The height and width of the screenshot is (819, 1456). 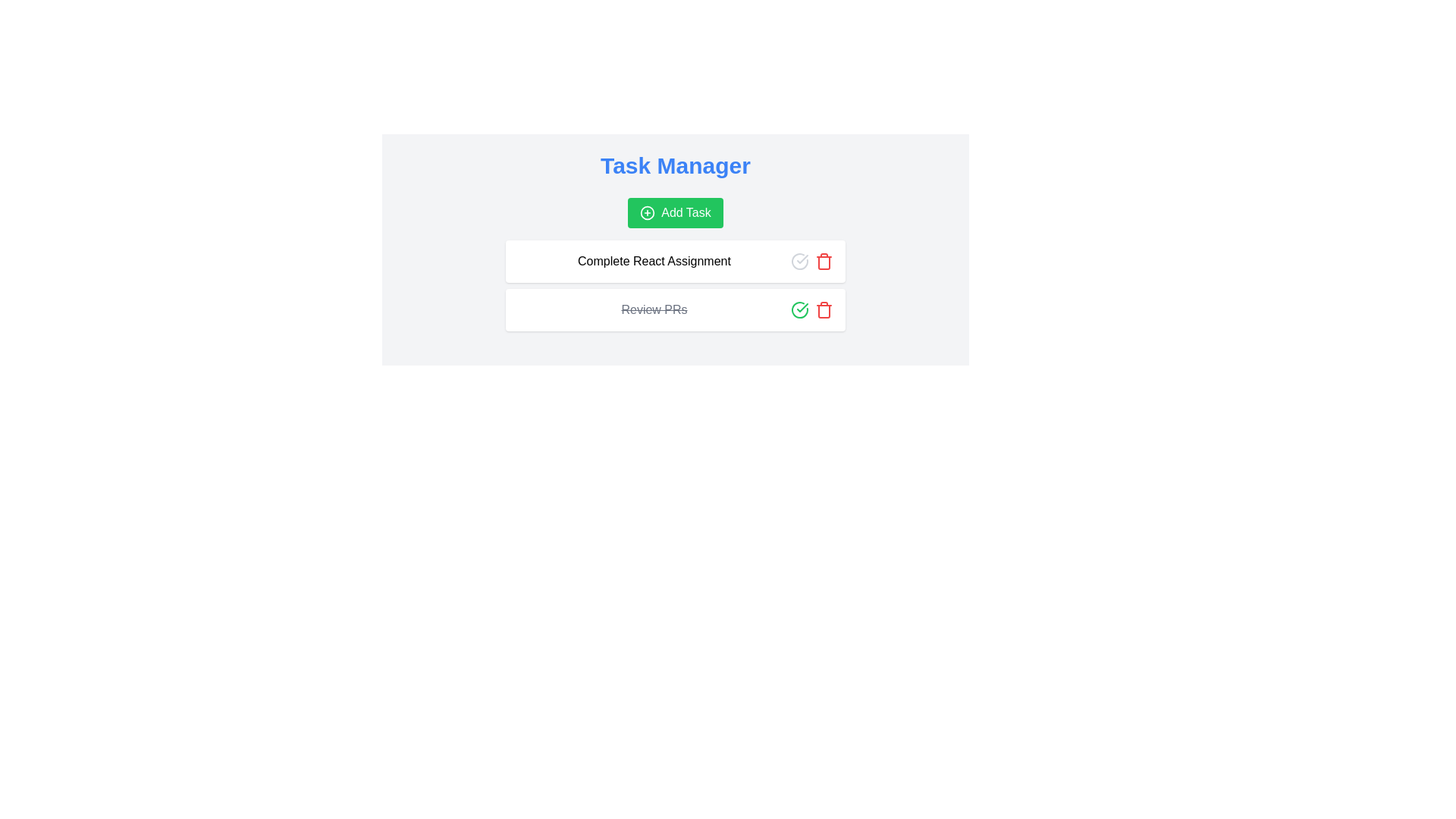 I want to click on the circular icon component (SVG circle element) located in the center of the 'Add Task' button, which is situated below the 'Task Manager' heading, so click(x=648, y=213).